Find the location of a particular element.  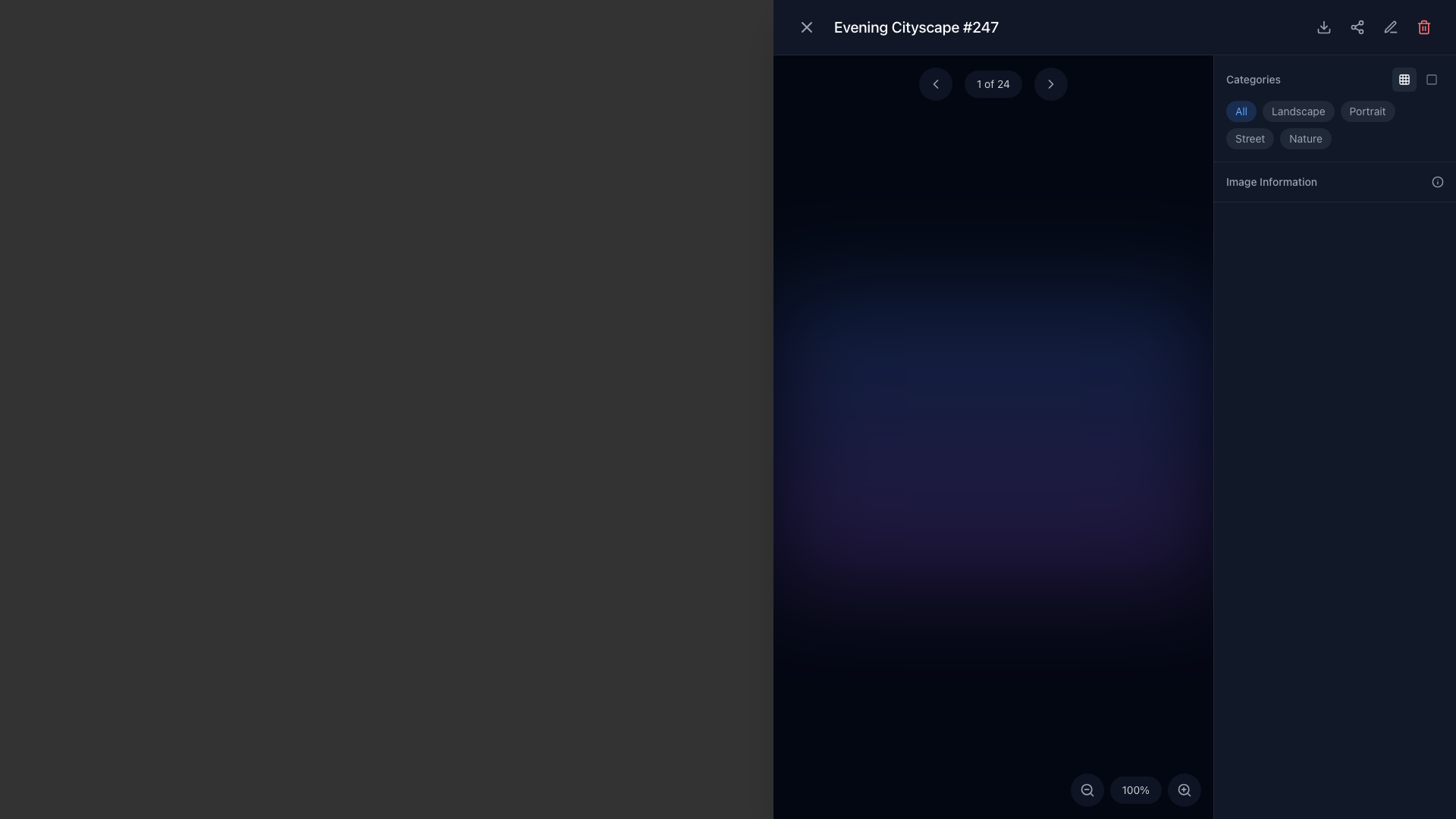

the navigation button located to the right of the central label '1 of 24' is located at coordinates (1050, 84).